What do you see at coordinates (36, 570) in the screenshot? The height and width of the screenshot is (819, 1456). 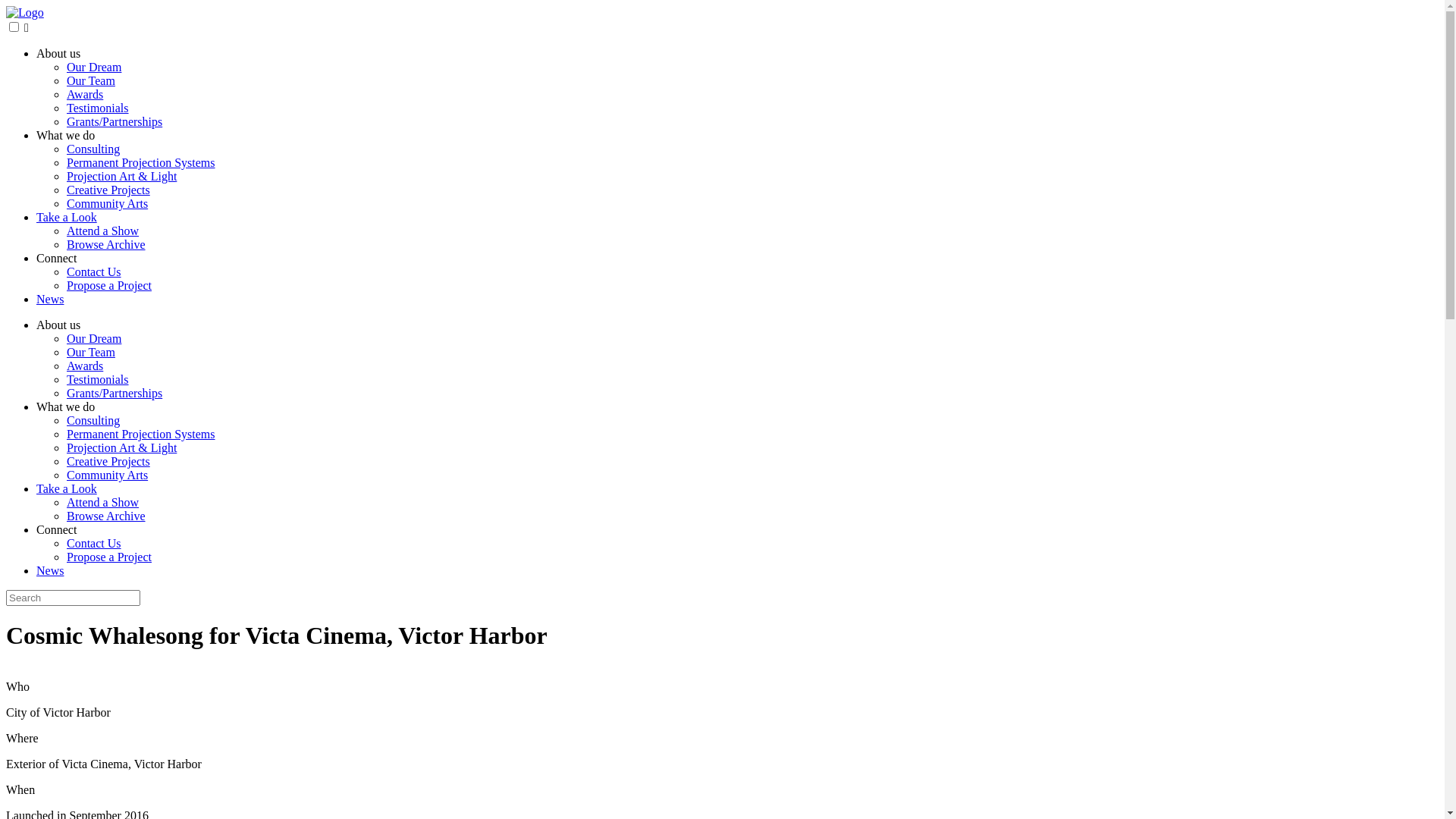 I see `'News'` at bounding box center [36, 570].